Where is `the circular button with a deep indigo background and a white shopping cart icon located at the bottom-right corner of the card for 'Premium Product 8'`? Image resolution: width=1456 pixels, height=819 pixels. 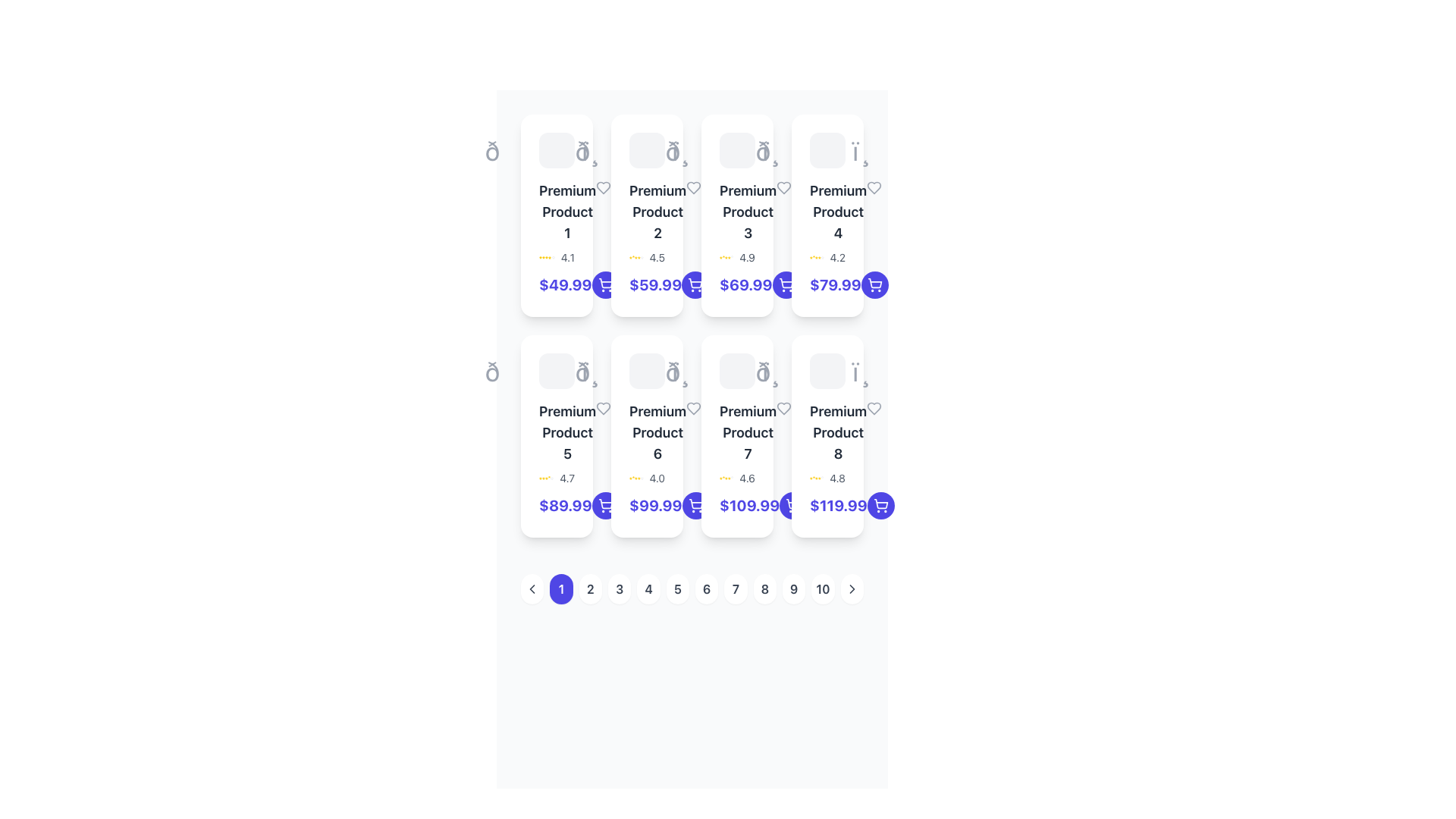 the circular button with a deep indigo background and a white shopping cart icon located at the bottom-right corner of the card for 'Premium Product 8' is located at coordinates (880, 506).